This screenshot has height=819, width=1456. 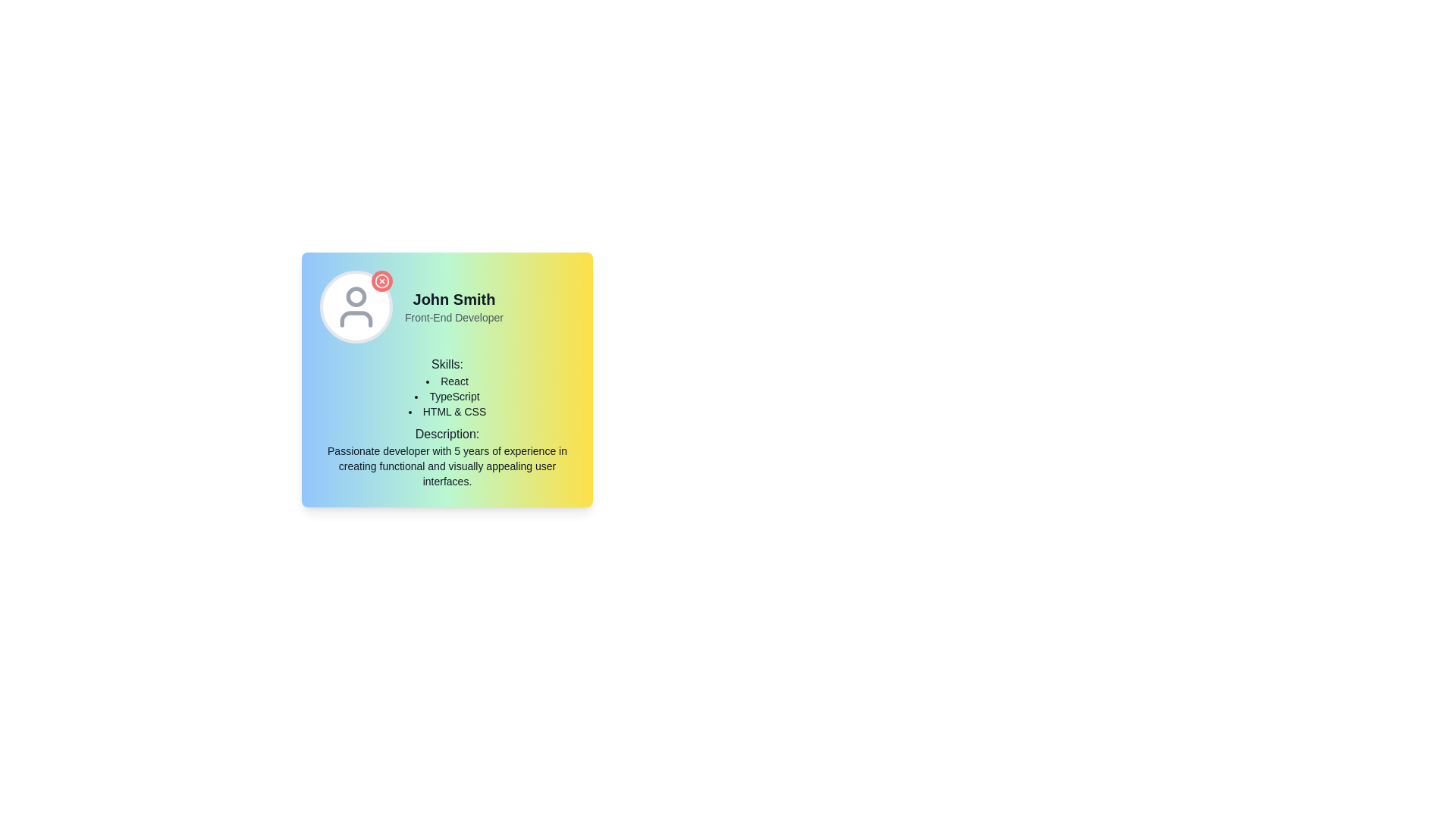 What do you see at coordinates (453, 317) in the screenshot?
I see `the text label displaying 'Front-End Developer' beneath 'John Smith' in the profile card` at bounding box center [453, 317].